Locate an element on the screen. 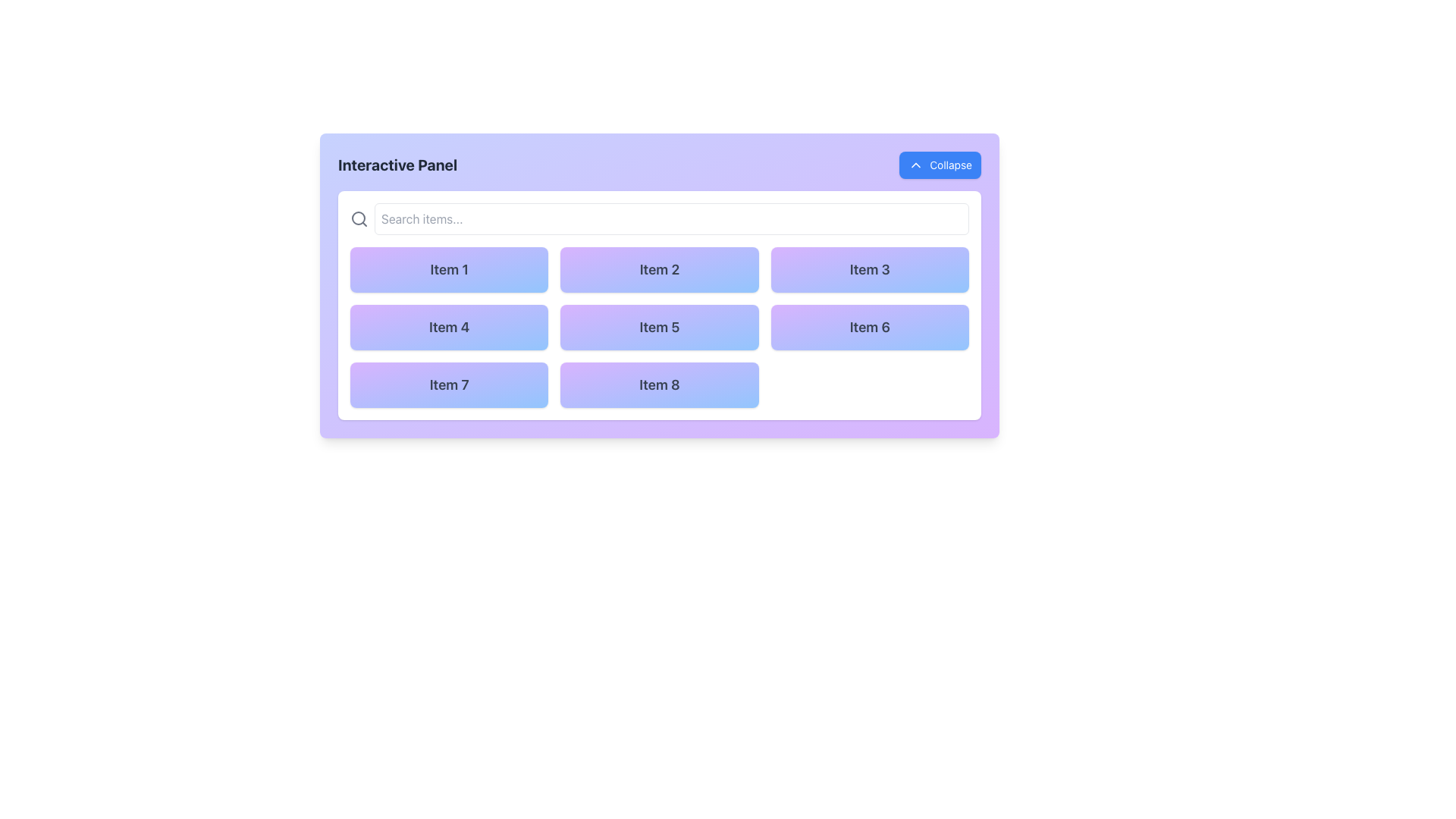 Image resolution: width=1456 pixels, height=819 pixels. the circular magnifying glass icon located to the left of the 'Search items...' input field is located at coordinates (359, 219).